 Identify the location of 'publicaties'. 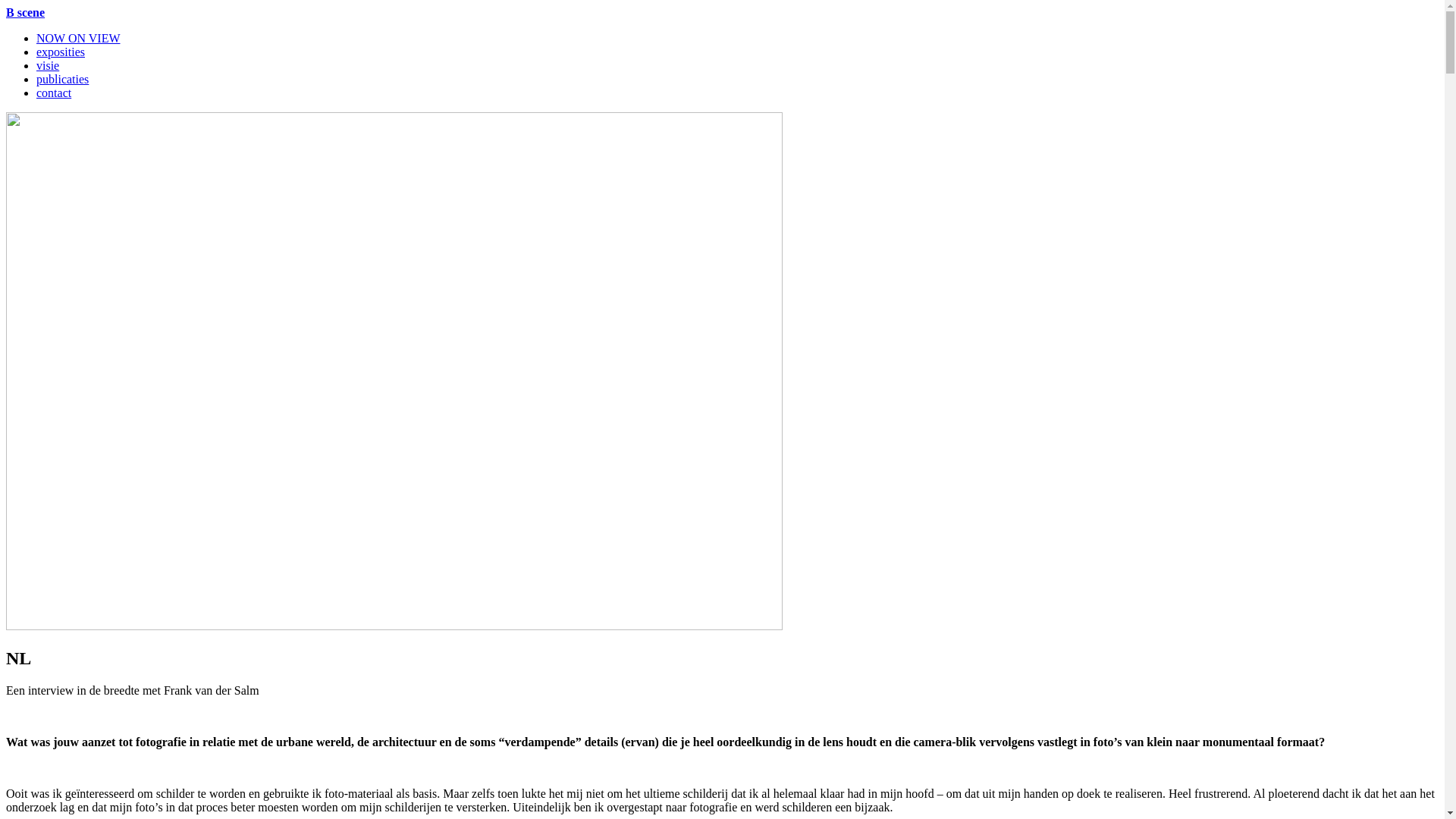
(61, 79).